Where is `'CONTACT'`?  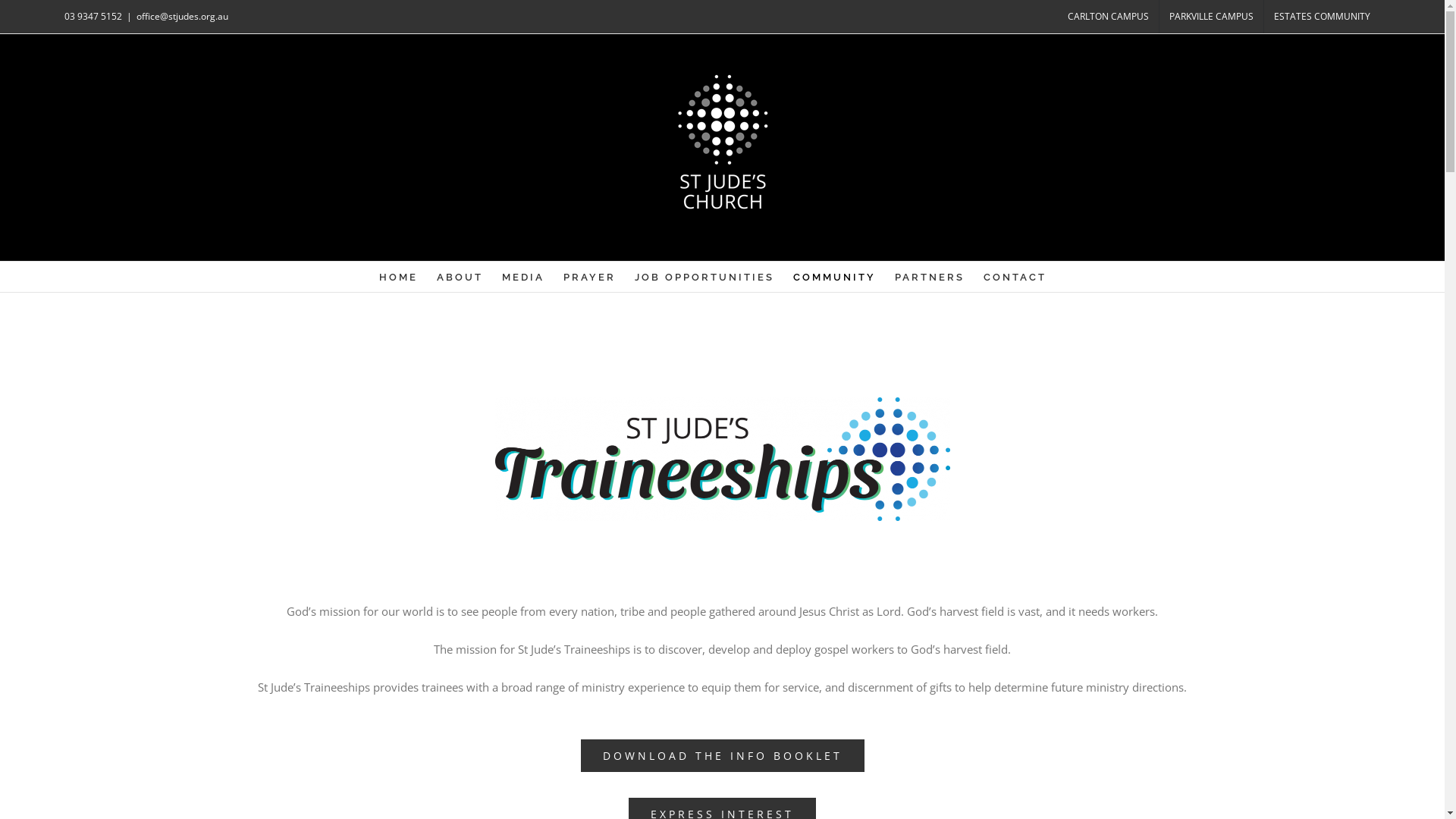 'CONTACT' is located at coordinates (983, 277).